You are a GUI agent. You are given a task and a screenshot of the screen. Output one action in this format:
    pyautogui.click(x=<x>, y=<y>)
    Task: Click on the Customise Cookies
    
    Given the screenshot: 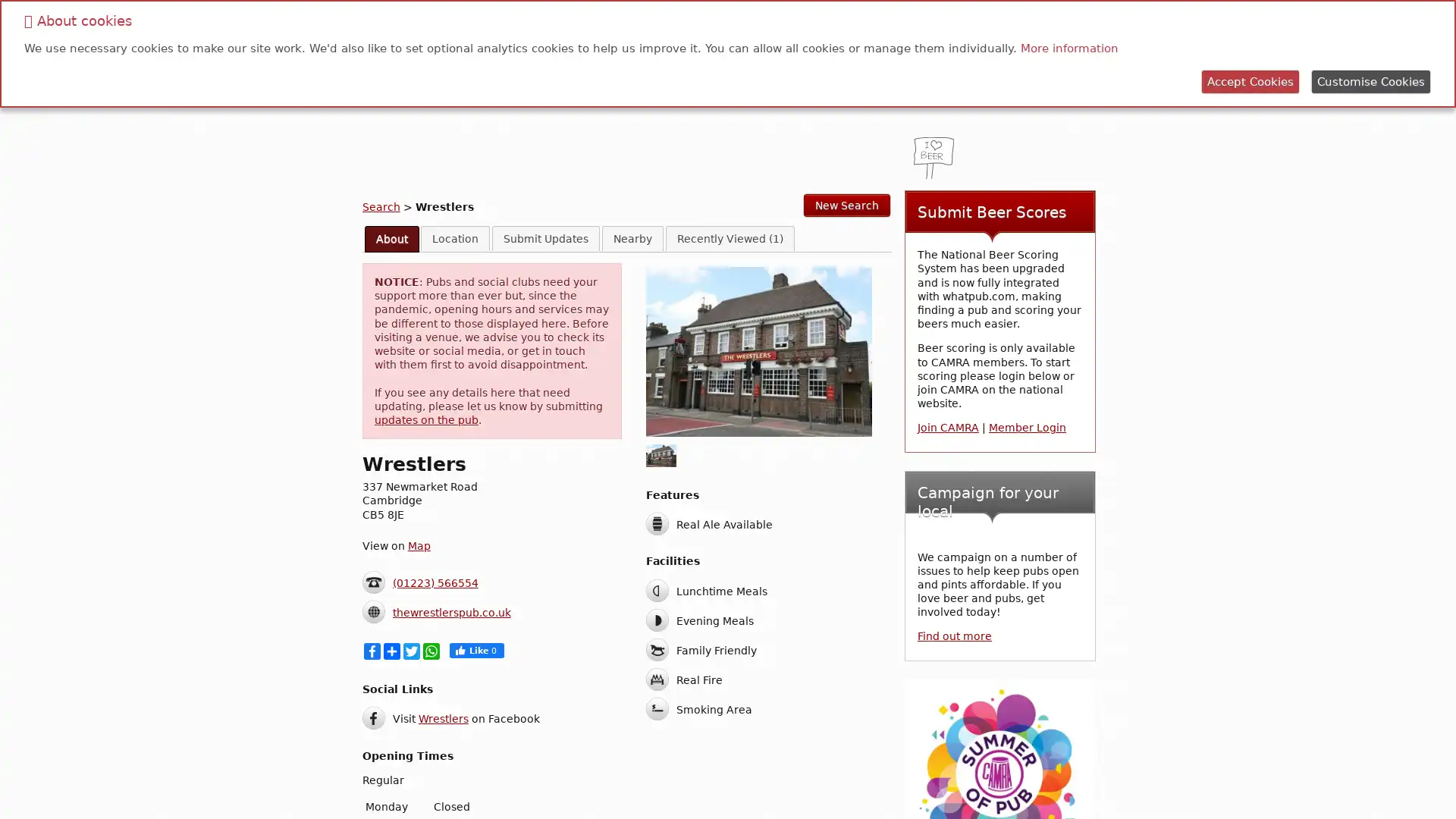 What is the action you would take?
    pyautogui.click(x=1371, y=81)
    